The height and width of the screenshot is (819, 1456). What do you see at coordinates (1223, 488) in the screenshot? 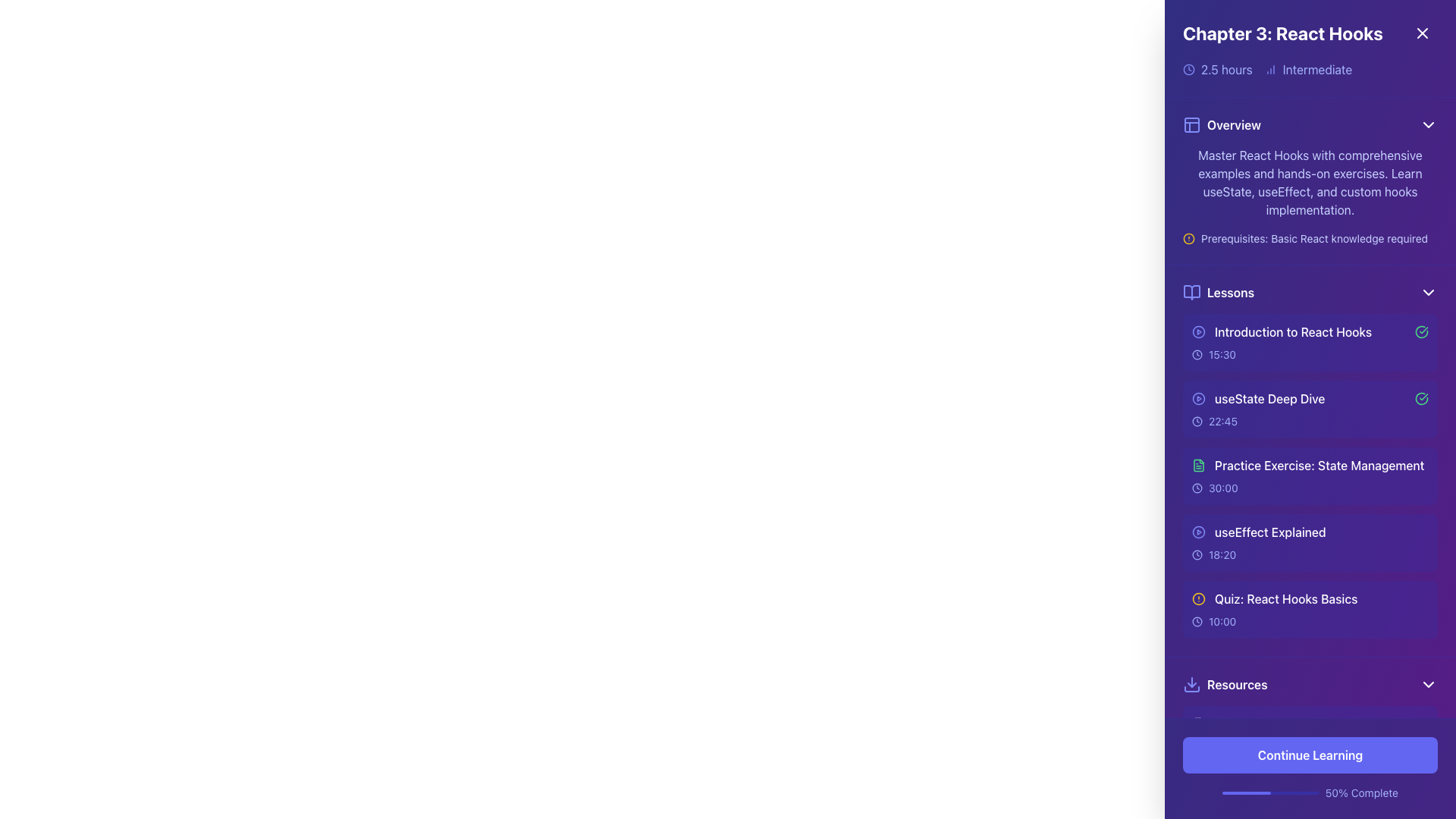
I see `text label indicating the duration of the associated practice exercise in minutes and seconds, located in the fourth row of the 'Lessons' section on the right panel, next to the clock icon and the 'Practice Exercise: State Management' label` at bounding box center [1223, 488].